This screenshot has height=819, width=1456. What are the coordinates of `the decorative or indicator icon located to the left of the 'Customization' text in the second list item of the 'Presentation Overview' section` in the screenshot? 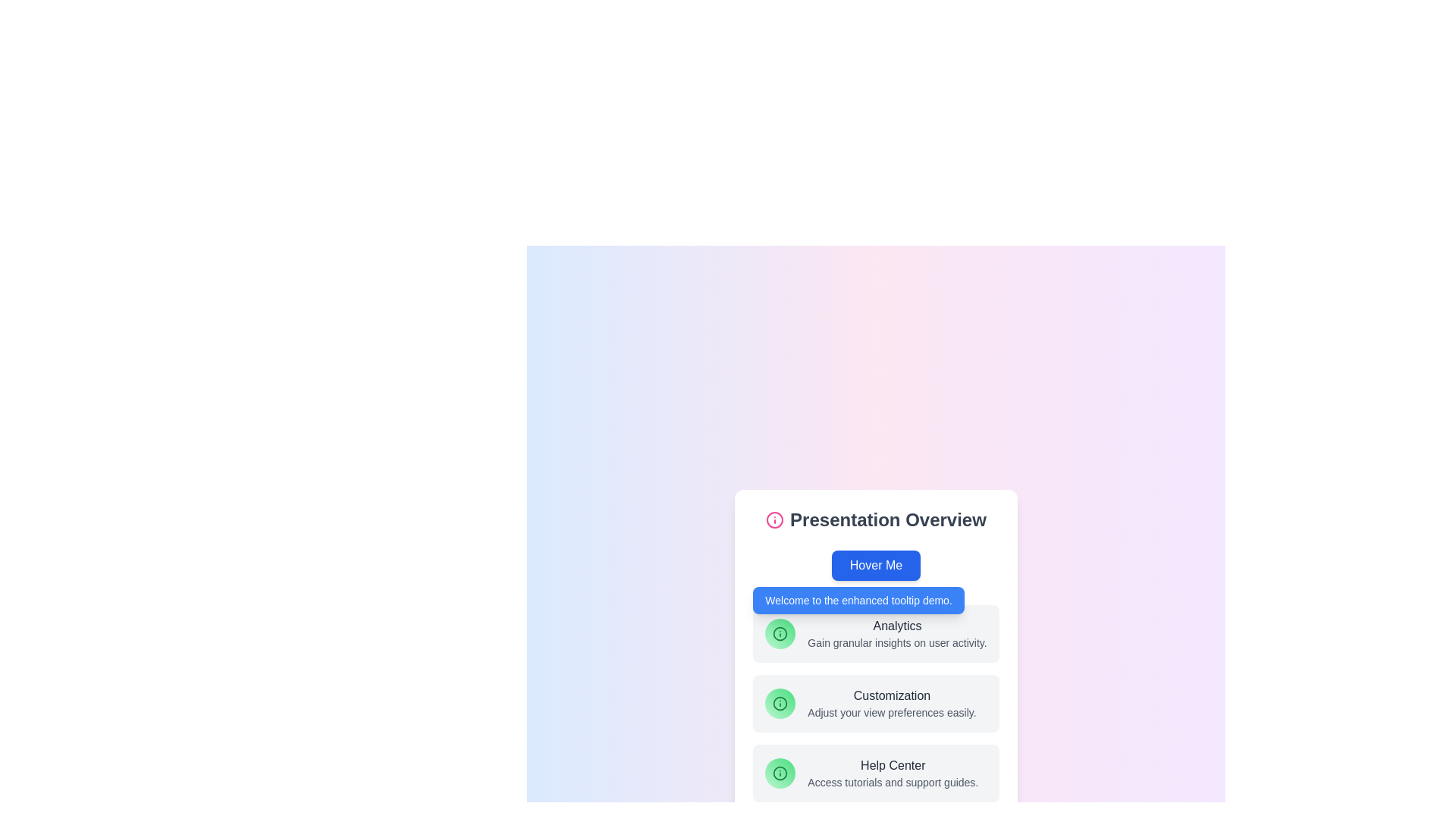 It's located at (780, 704).